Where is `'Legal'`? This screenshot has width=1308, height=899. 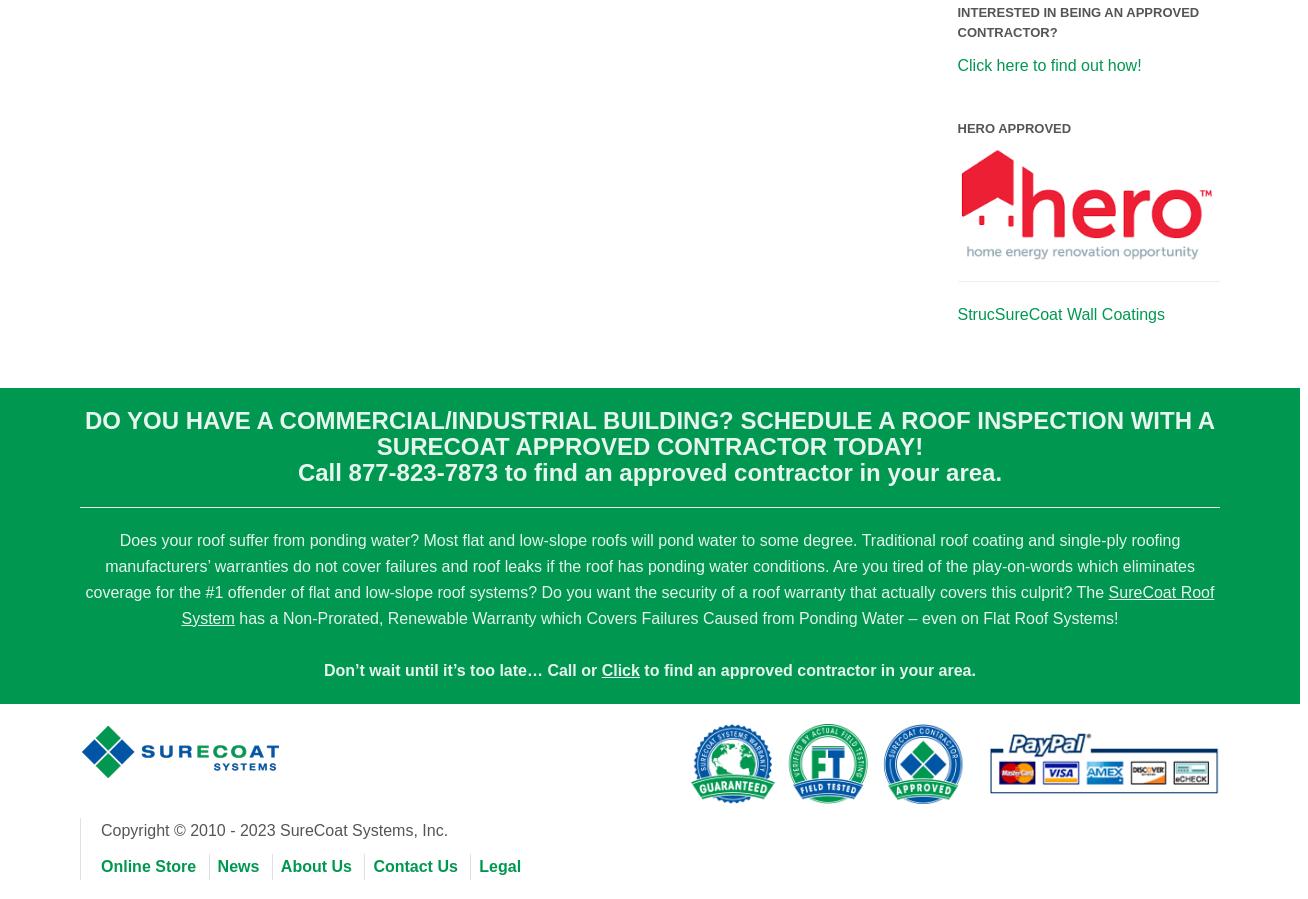 'Legal' is located at coordinates (500, 865).